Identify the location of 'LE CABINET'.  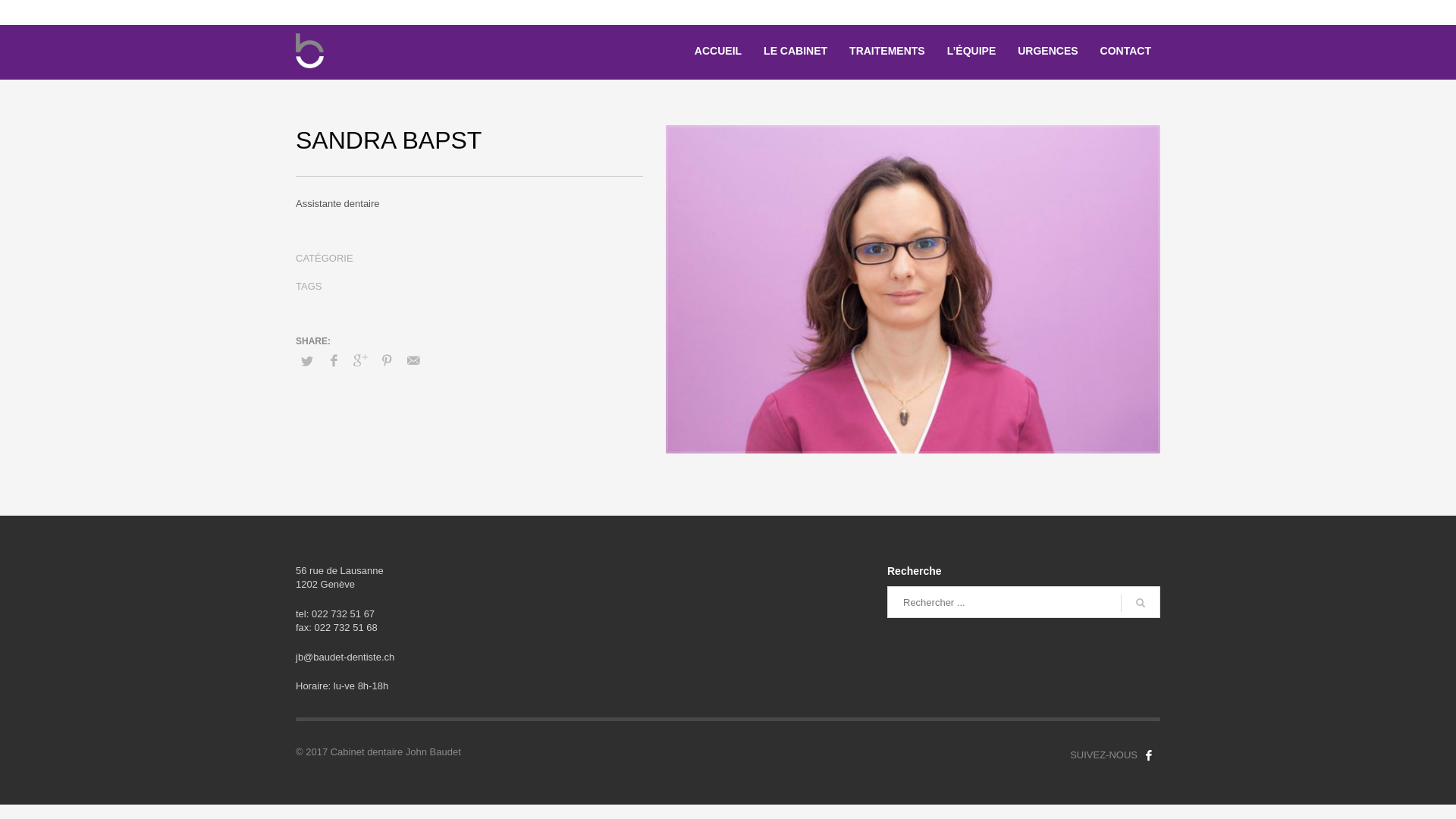
(795, 49).